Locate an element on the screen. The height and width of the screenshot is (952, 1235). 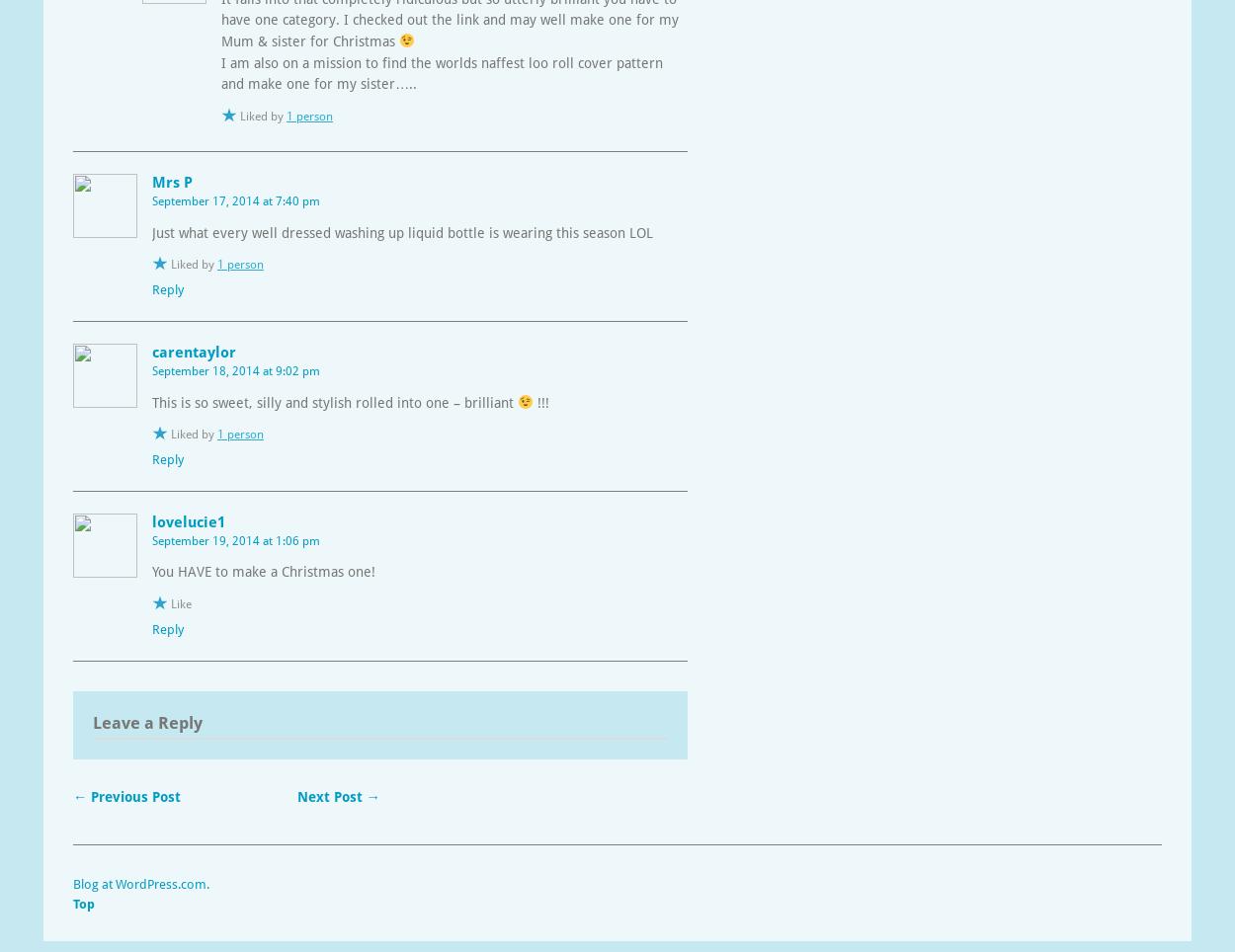
'!!!' is located at coordinates (541, 401).